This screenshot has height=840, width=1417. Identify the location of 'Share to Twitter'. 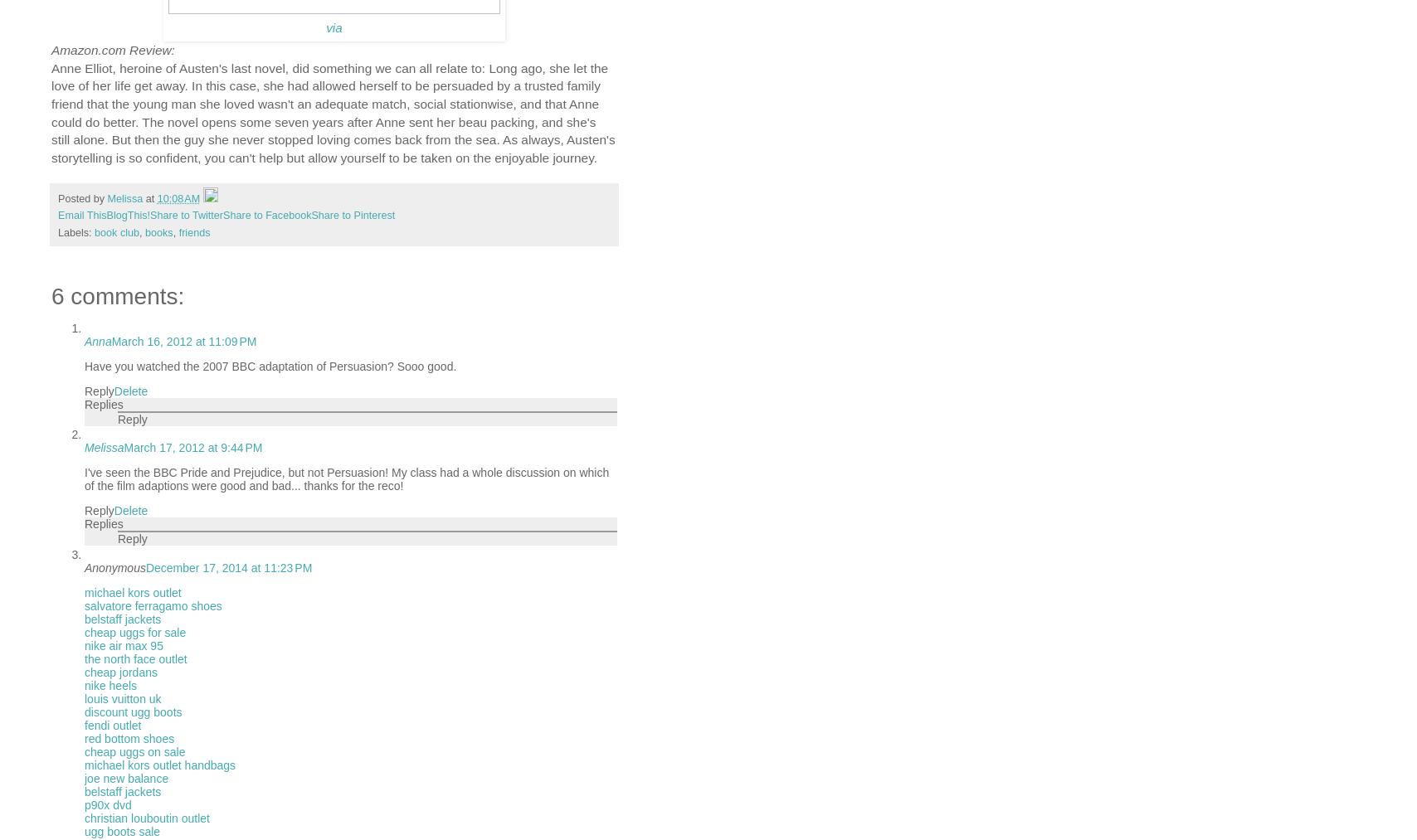
(186, 215).